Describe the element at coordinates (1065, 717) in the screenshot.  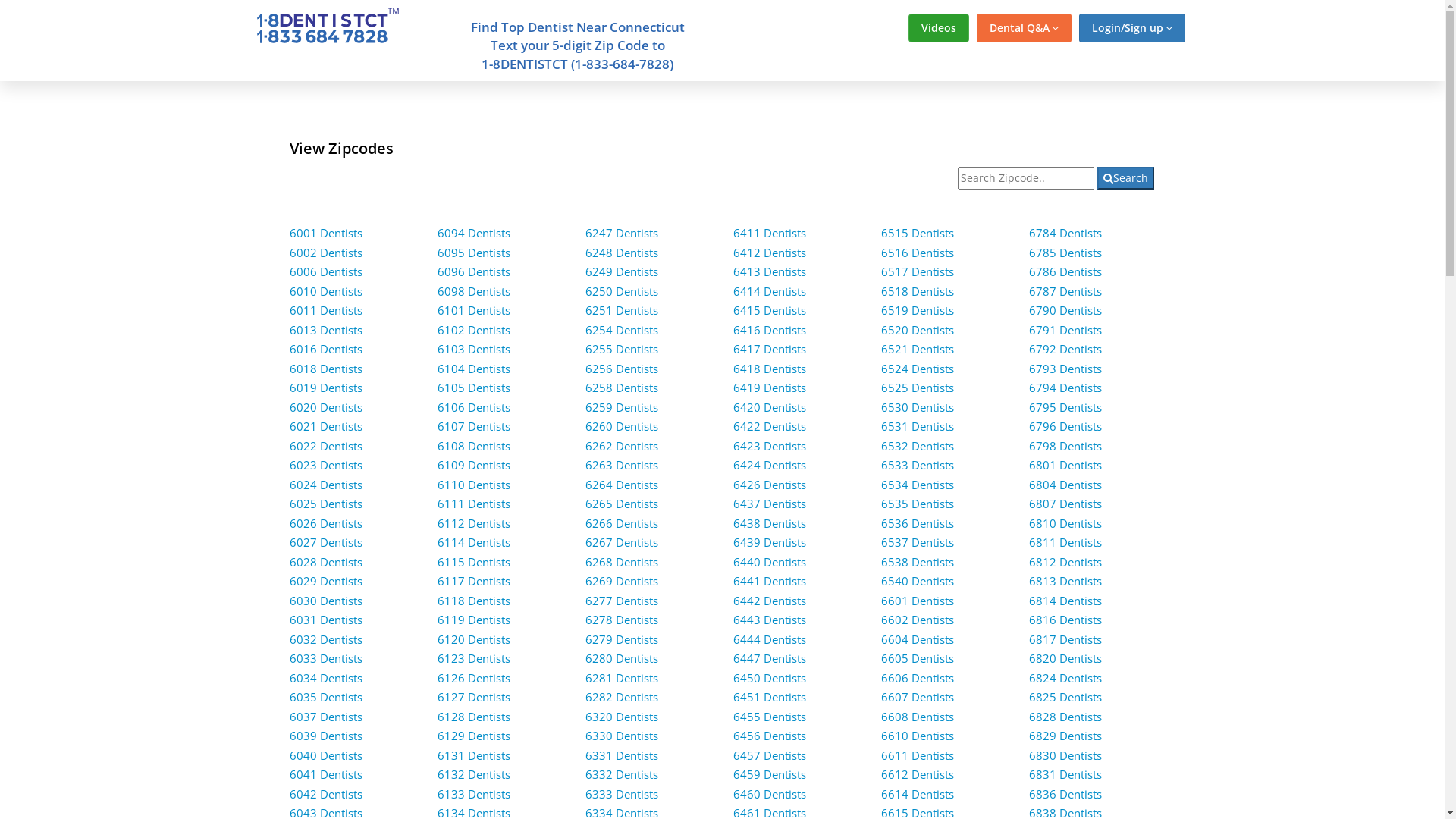
I see `'6828 Dentists'` at that location.